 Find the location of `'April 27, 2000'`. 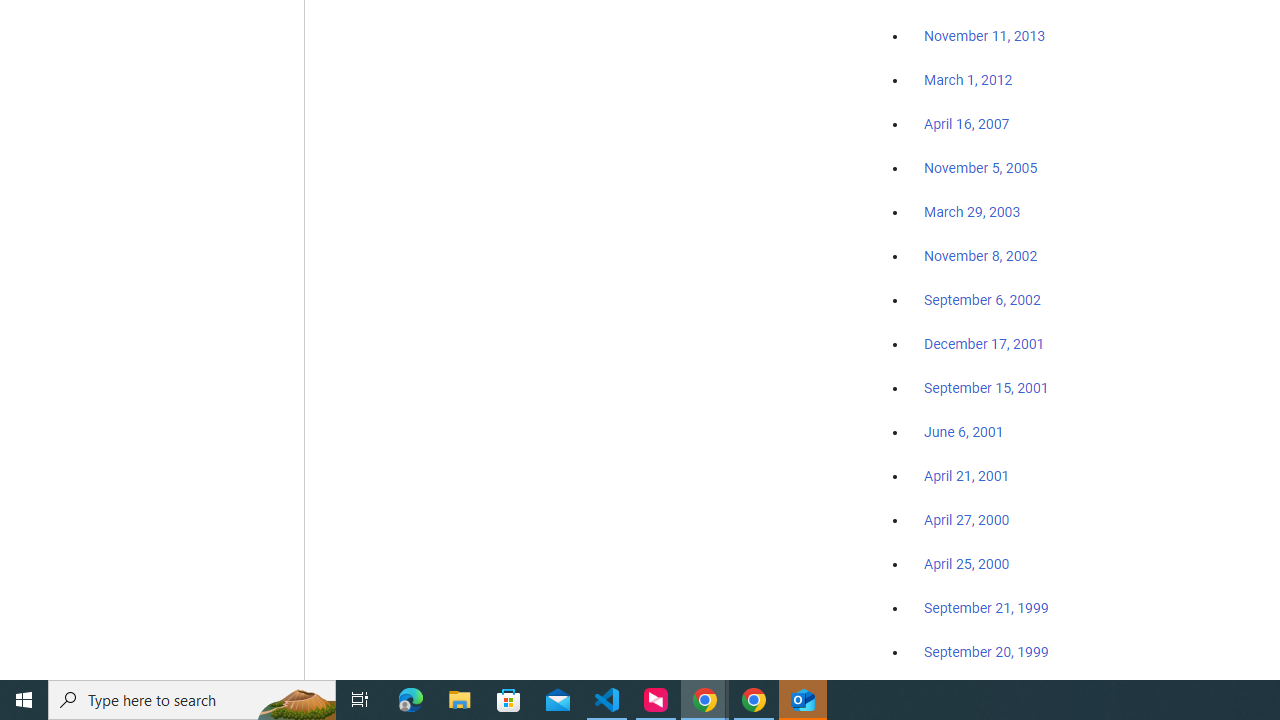

'April 27, 2000' is located at coordinates (967, 519).